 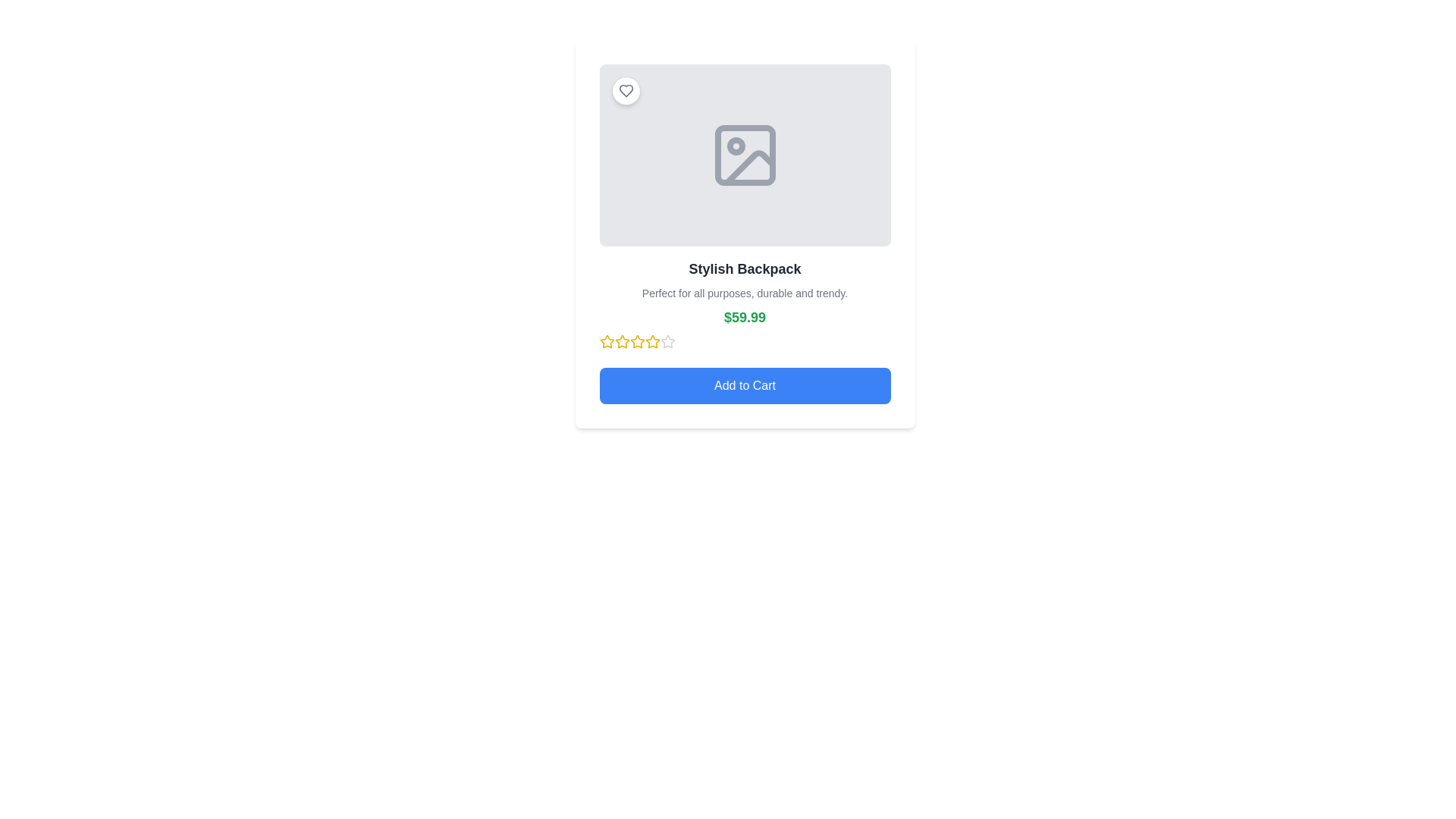 What do you see at coordinates (745, 317) in the screenshot?
I see `the text display showing the price '$59.99' which is styled in bold green font, located in the product card below the title and description` at bounding box center [745, 317].